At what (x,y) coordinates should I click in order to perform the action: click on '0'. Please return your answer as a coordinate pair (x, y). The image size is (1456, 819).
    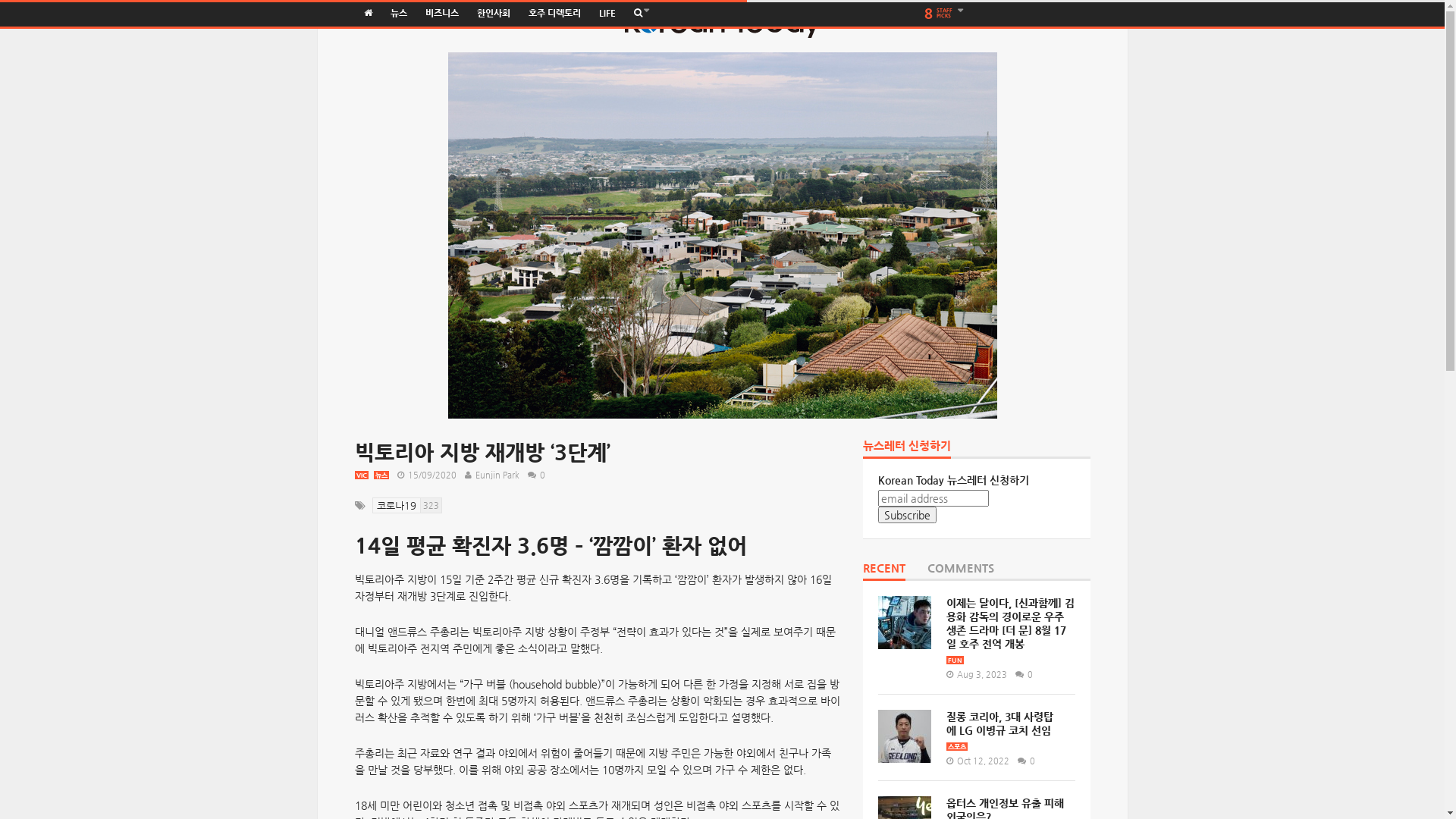
    Looking at the image, I should click on (1020, 673).